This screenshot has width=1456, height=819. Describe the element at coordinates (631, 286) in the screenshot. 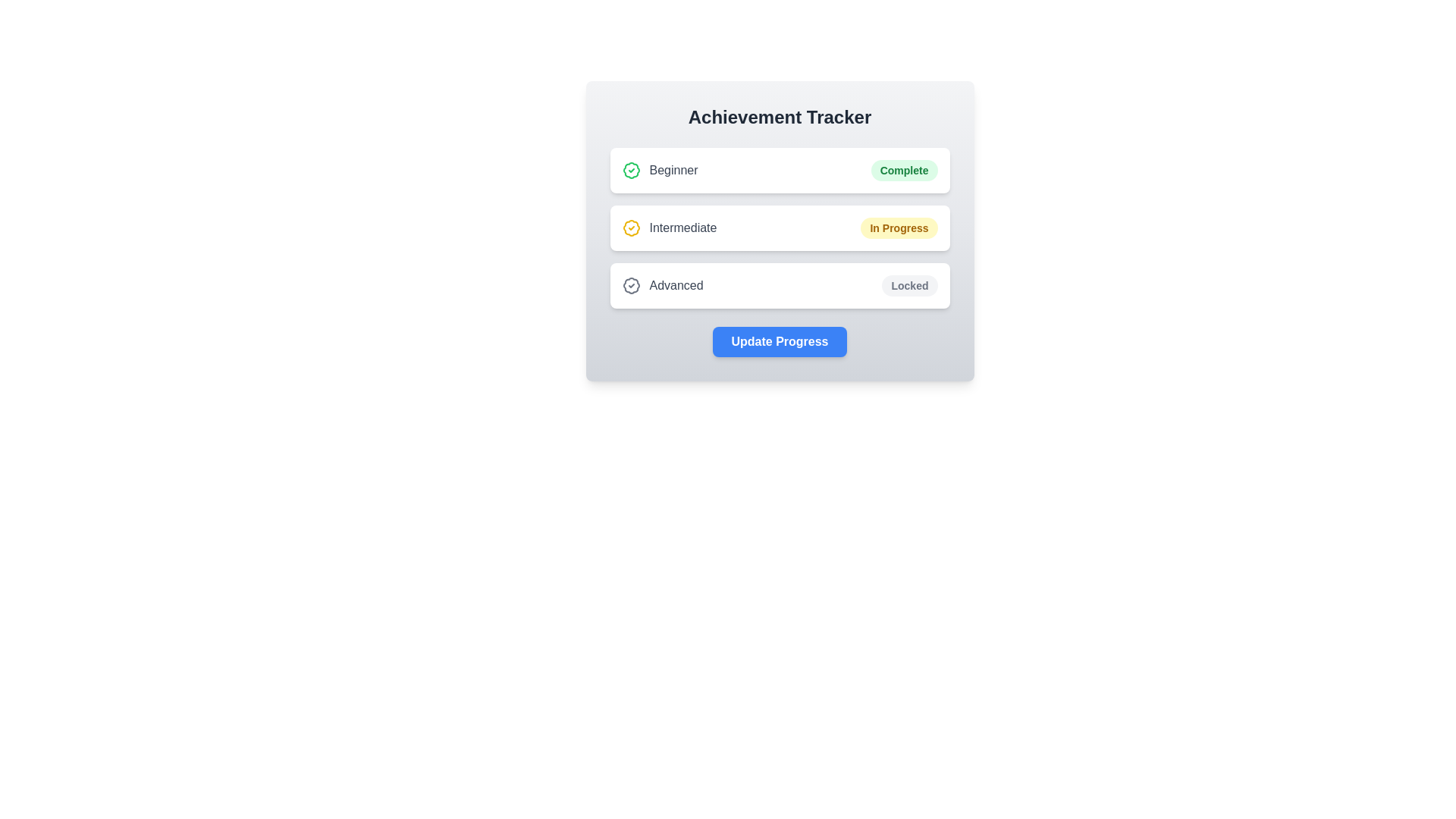

I see `the locked status icon representing the non-achievement of the 'Advanced' level in the Achievement Tracker interface, positioned near the 'Advanced' label` at that location.